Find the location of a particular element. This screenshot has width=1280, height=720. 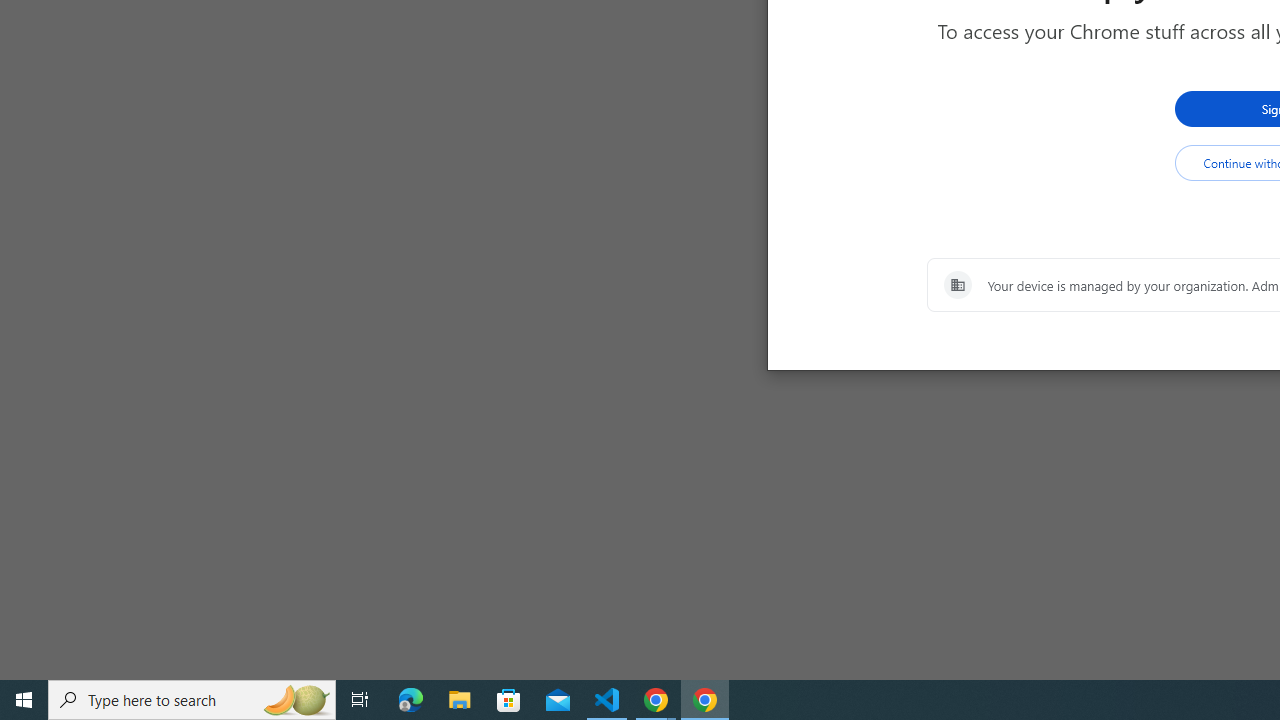

'Microsoft Store' is located at coordinates (509, 698).